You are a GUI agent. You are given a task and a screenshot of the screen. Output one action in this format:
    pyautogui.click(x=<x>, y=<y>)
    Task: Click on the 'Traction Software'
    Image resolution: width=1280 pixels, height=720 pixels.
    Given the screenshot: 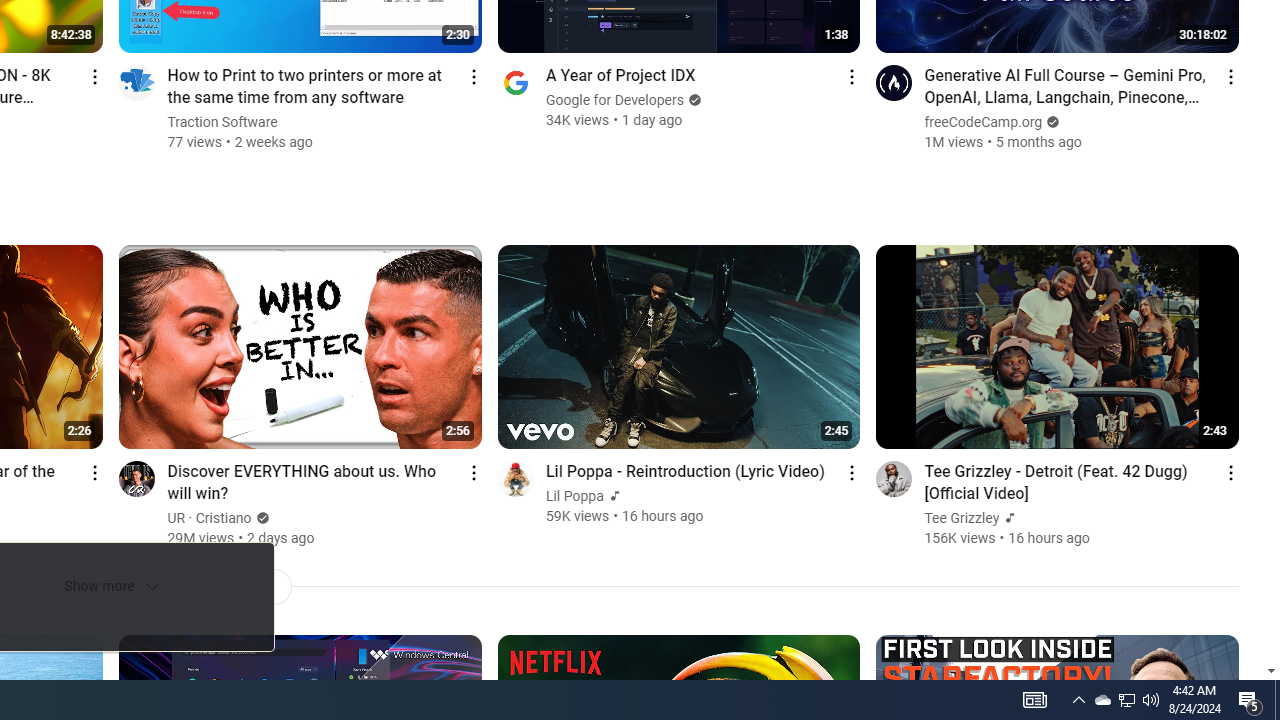 What is the action you would take?
    pyautogui.click(x=223, y=122)
    